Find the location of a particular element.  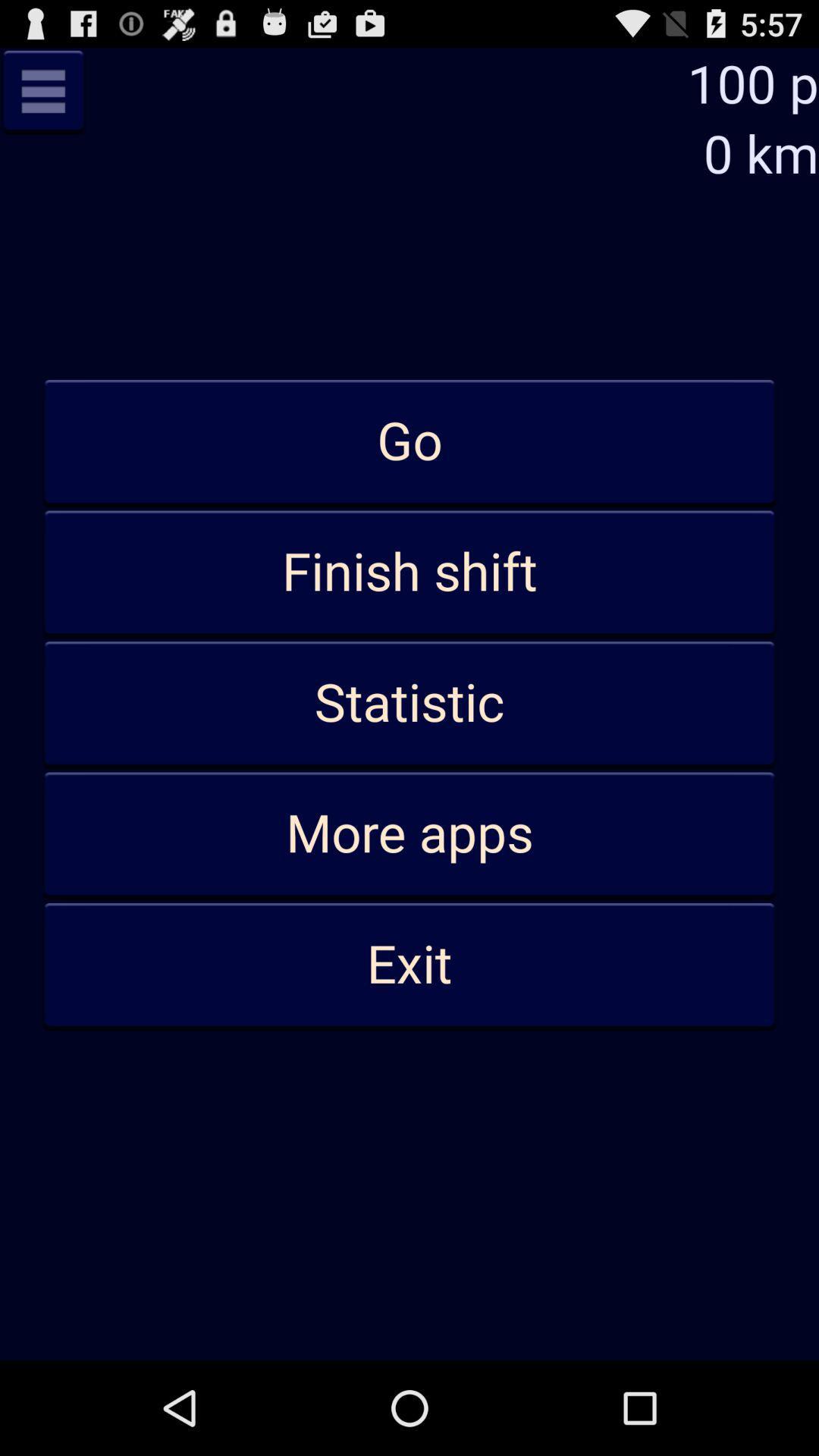

statistic is located at coordinates (409, 703).